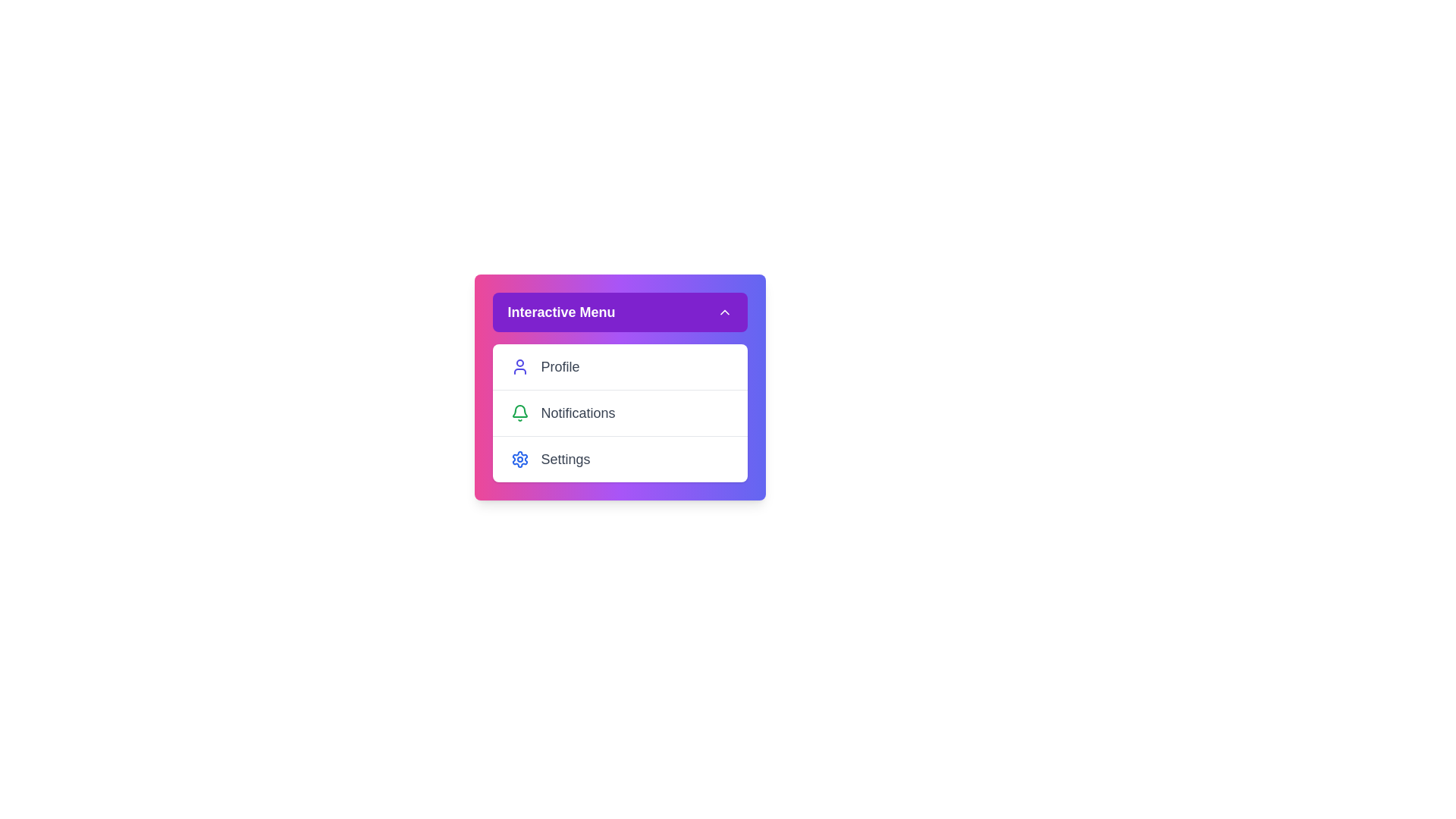 Image resolution: width=1456 pixels, height=819 pixels. I want to click on the 'Settings' menu item, so click(620, 458).